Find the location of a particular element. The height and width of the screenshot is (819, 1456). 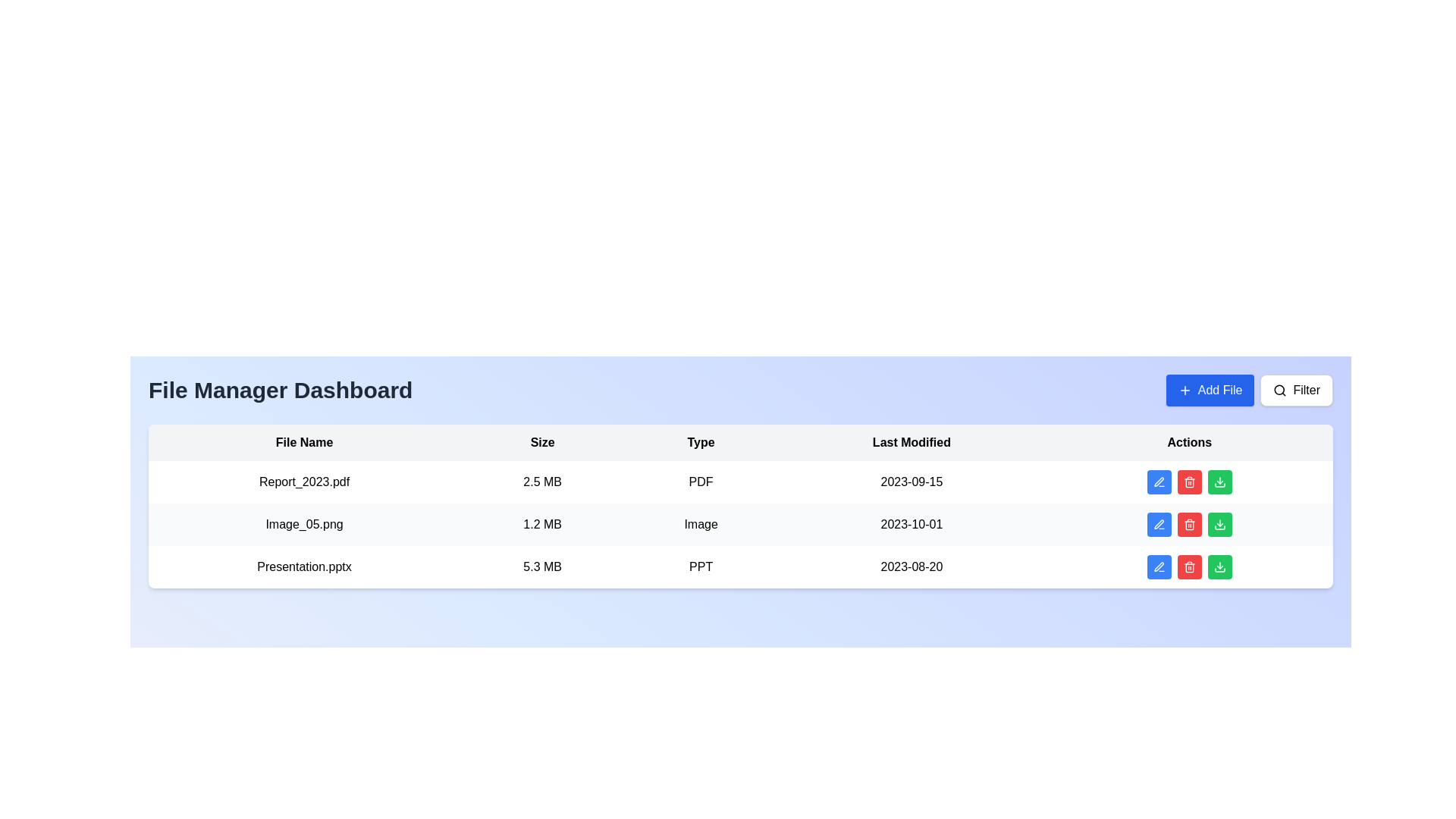

the Text Label that indicates the file type in the second row of the table under the 'Type' column, which is the third column from the left is located at coordinates (700, 523).